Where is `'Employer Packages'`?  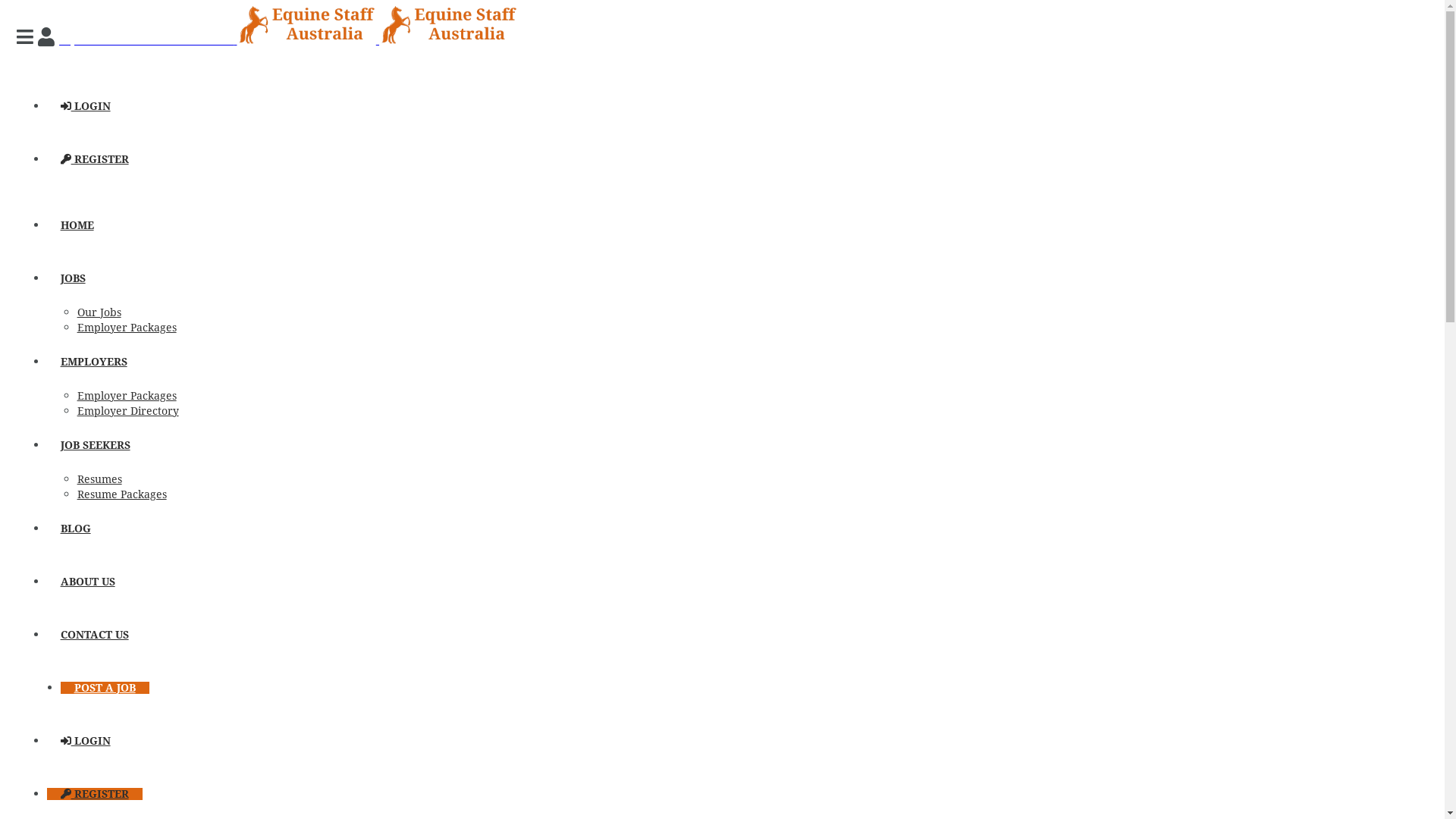 'Employer Packages' is located at coordinates (76, 394).